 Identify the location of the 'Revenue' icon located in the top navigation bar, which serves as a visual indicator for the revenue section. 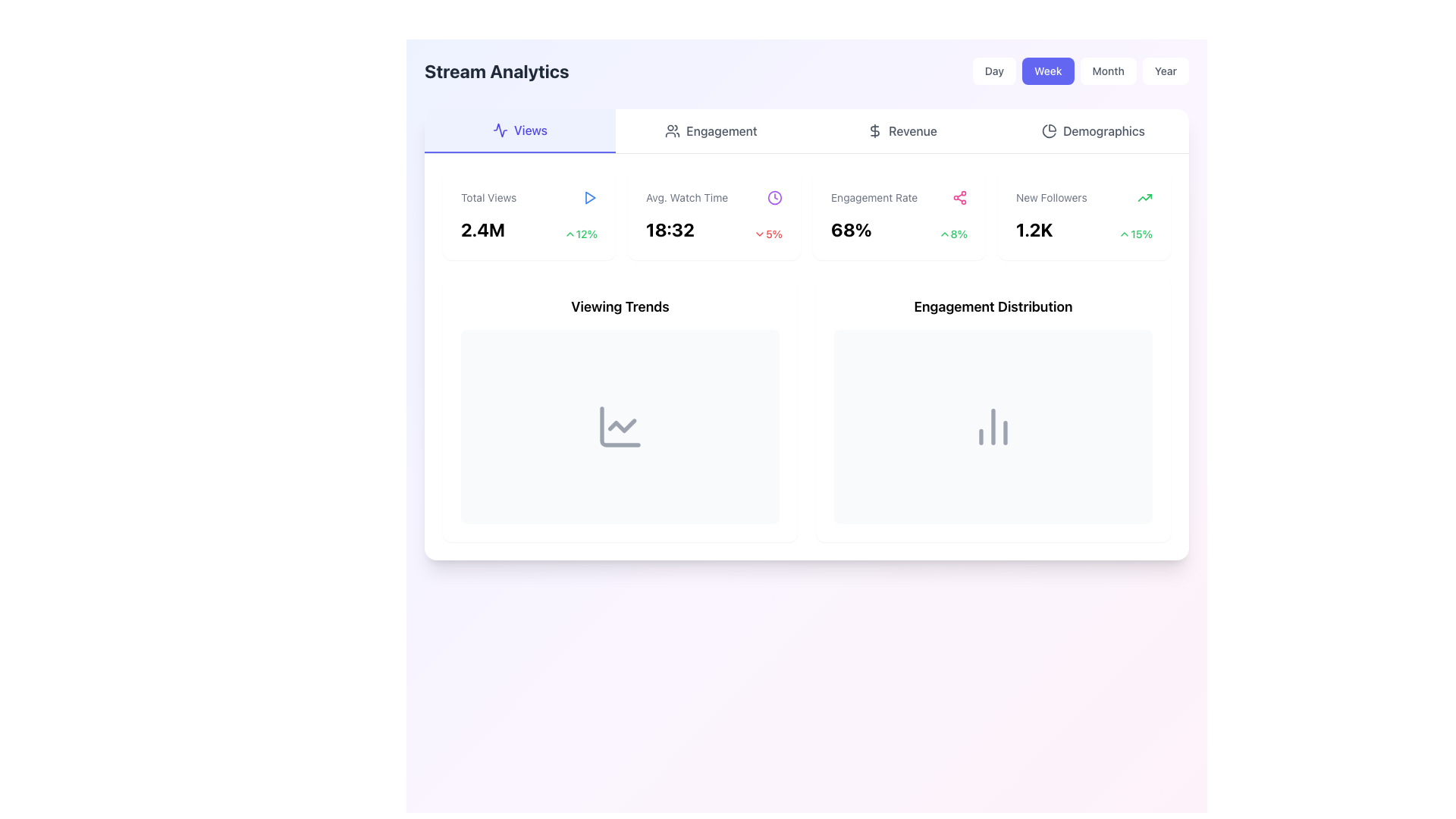
(875, 130).